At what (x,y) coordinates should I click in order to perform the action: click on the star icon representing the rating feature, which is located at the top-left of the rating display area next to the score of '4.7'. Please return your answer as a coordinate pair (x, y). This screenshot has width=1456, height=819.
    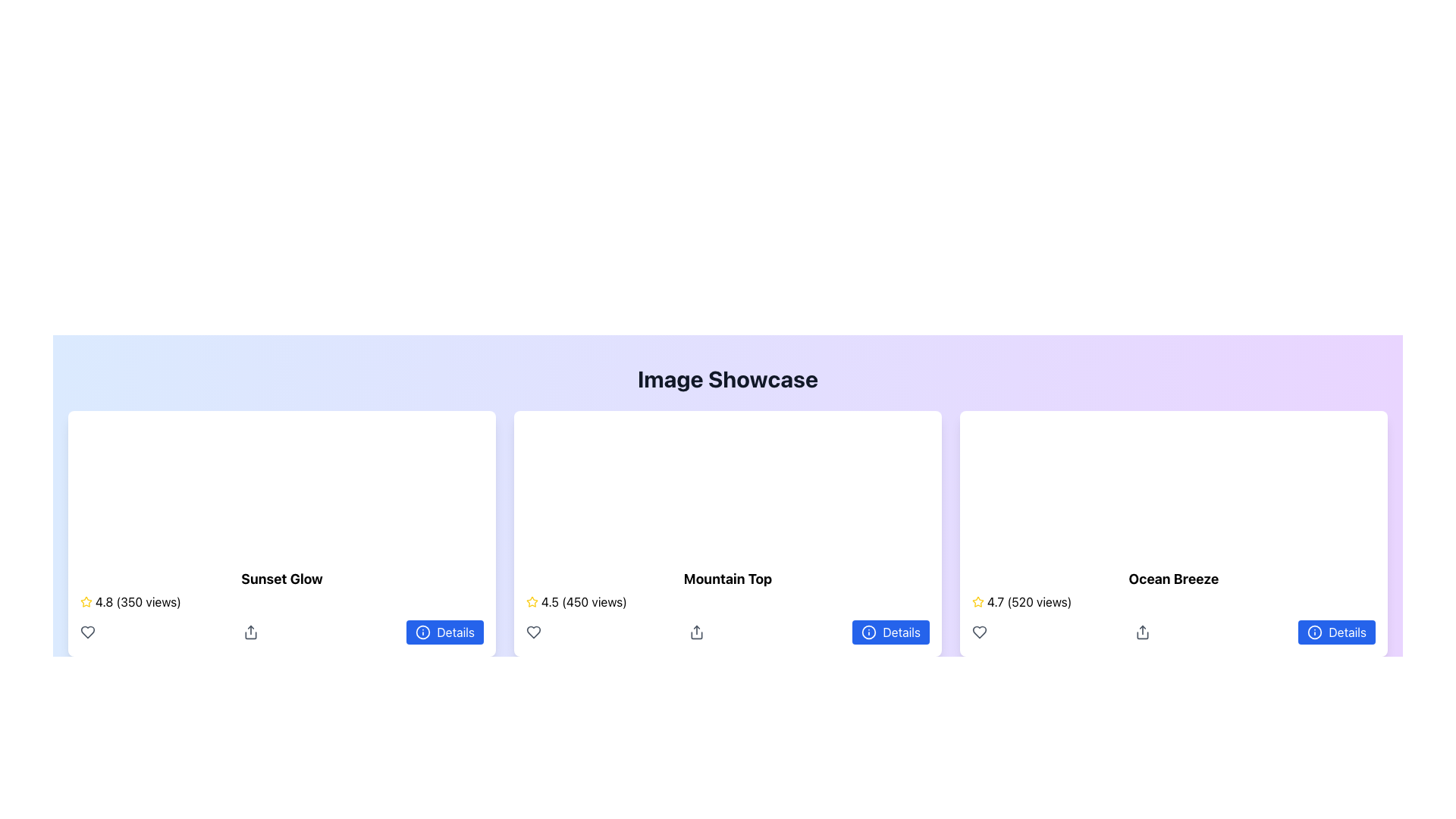
    Looking at the image, I should click on (978, 601).